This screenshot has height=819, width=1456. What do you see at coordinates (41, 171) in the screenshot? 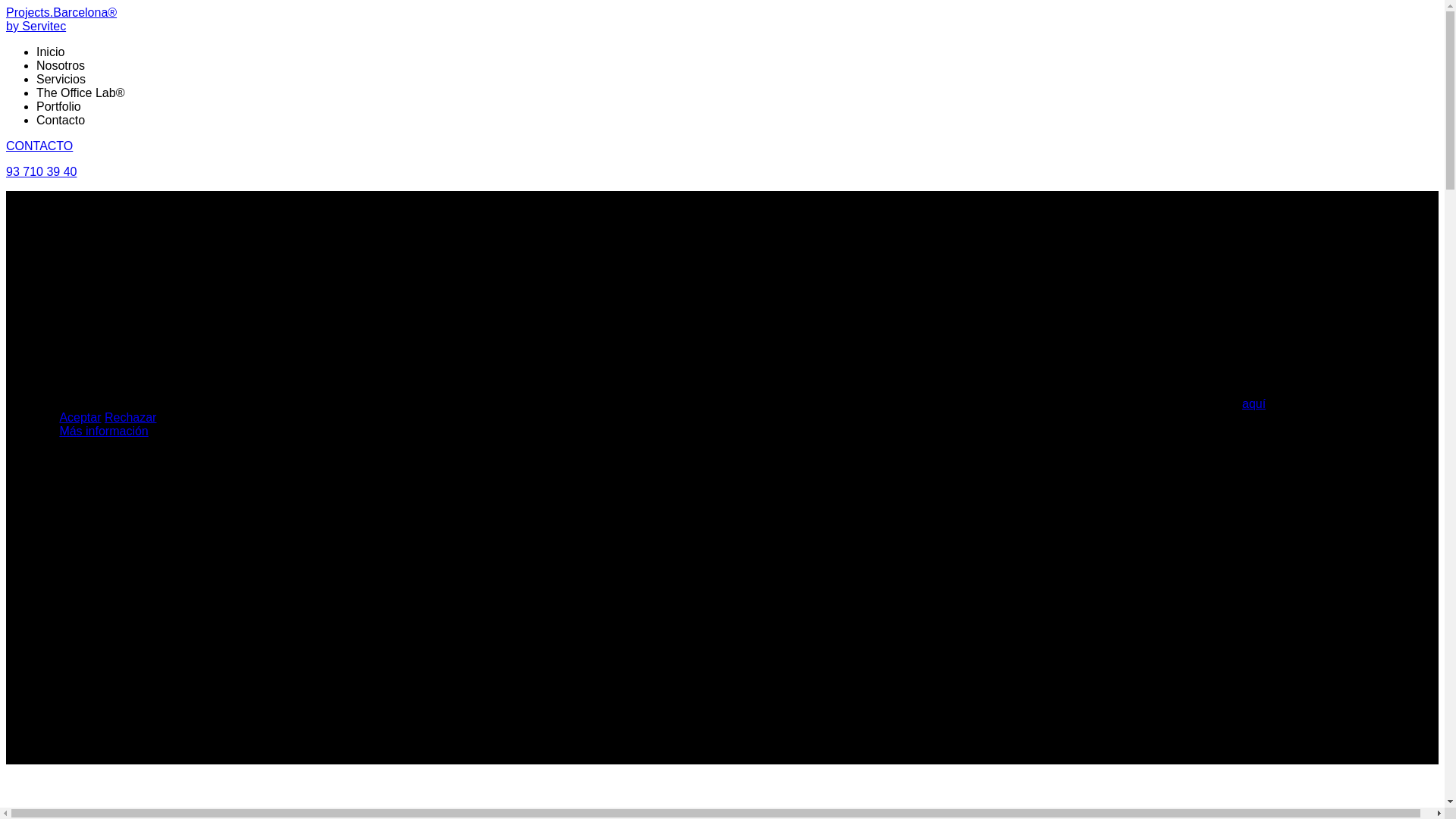
I see `'93 710 39 40'` at bounding box center [41, 171].